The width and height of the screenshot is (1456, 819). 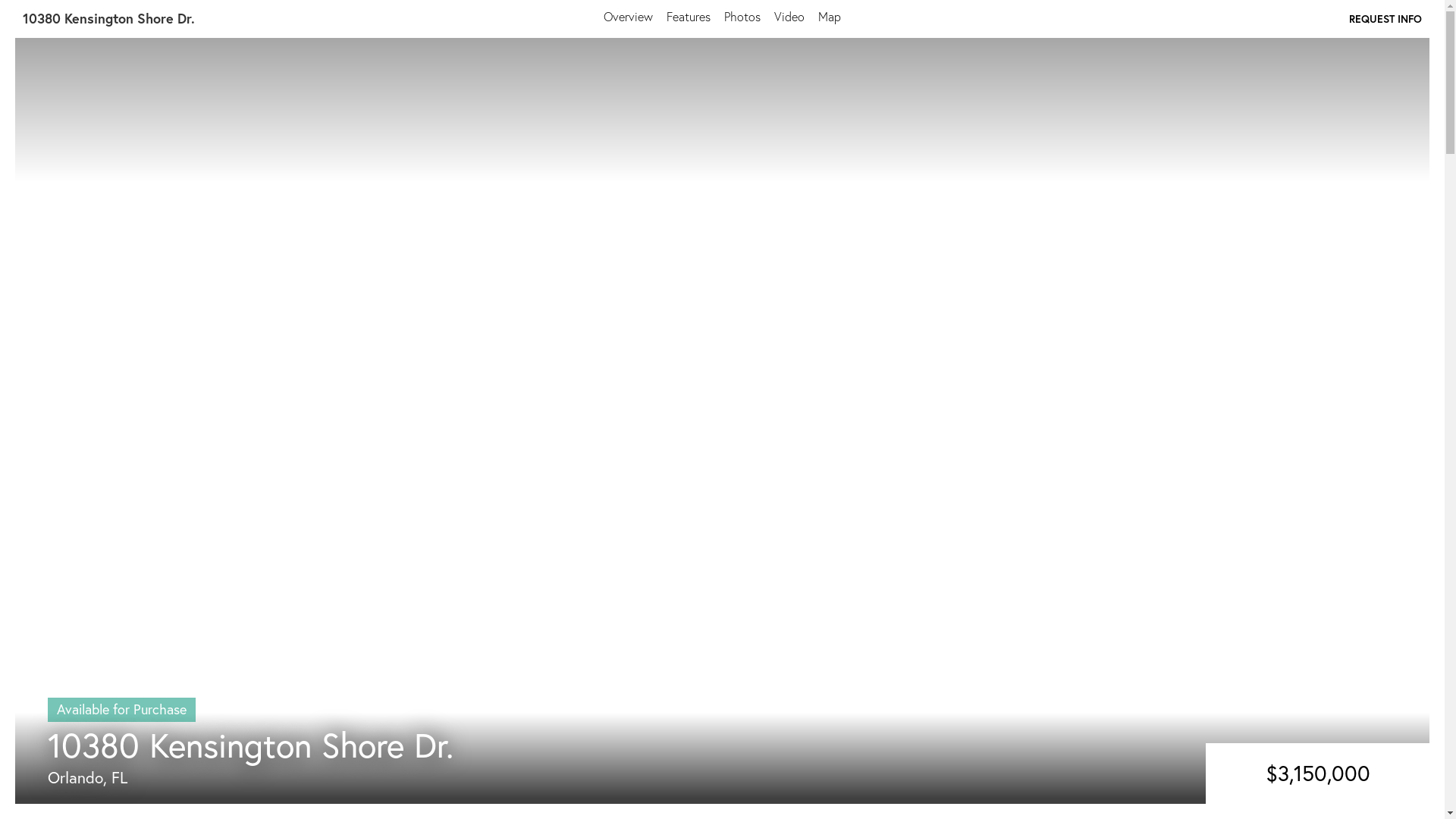 What do you see at coordinates (829, 16) in the screenshot?
I see `'Map'` at bounding box center [829, 16].